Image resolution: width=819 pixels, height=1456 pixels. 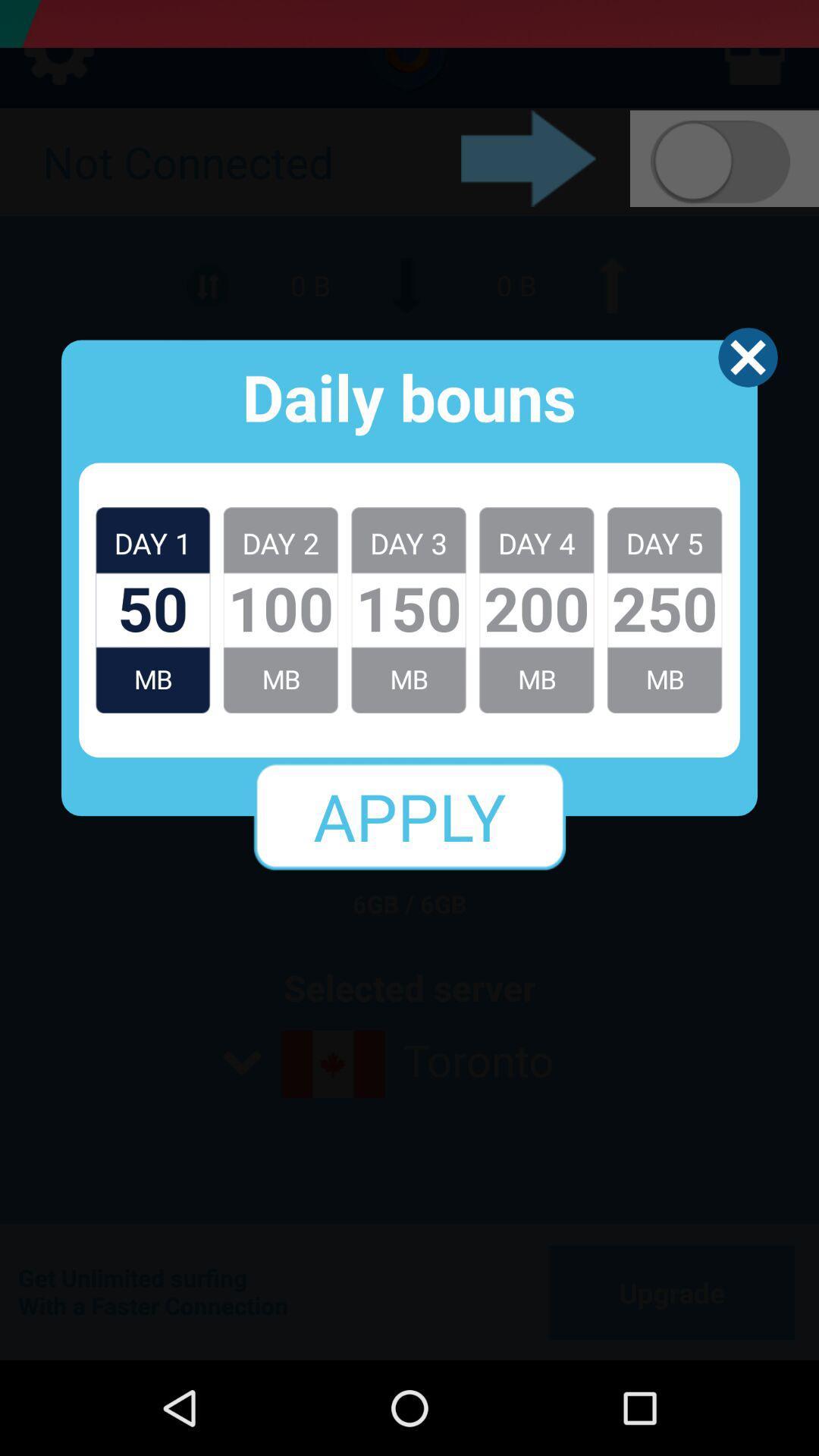 I want to click on close, so click(x=747, y=356).